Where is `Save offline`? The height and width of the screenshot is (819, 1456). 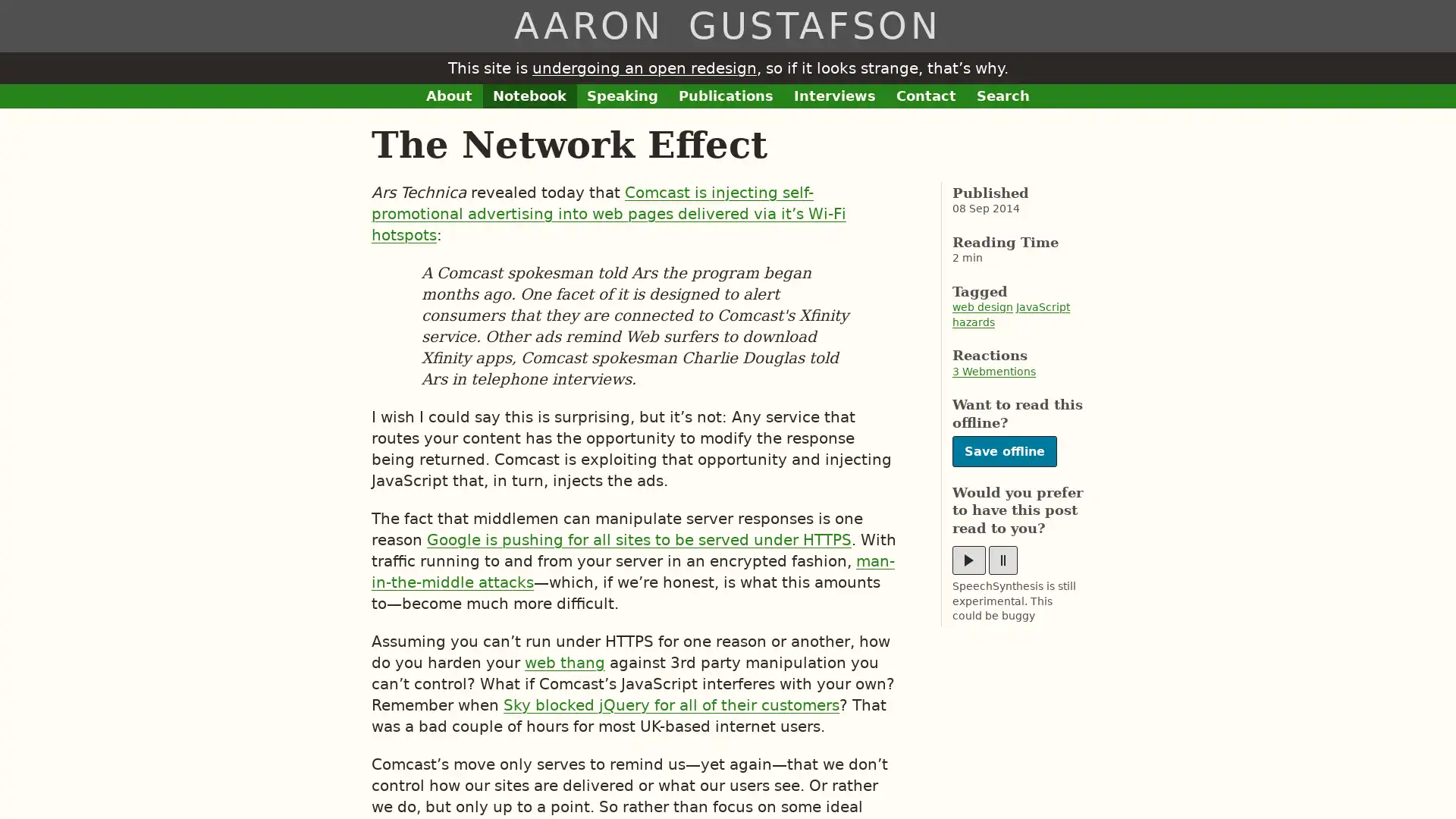 Save offline is located at coordinates (1004, 450).